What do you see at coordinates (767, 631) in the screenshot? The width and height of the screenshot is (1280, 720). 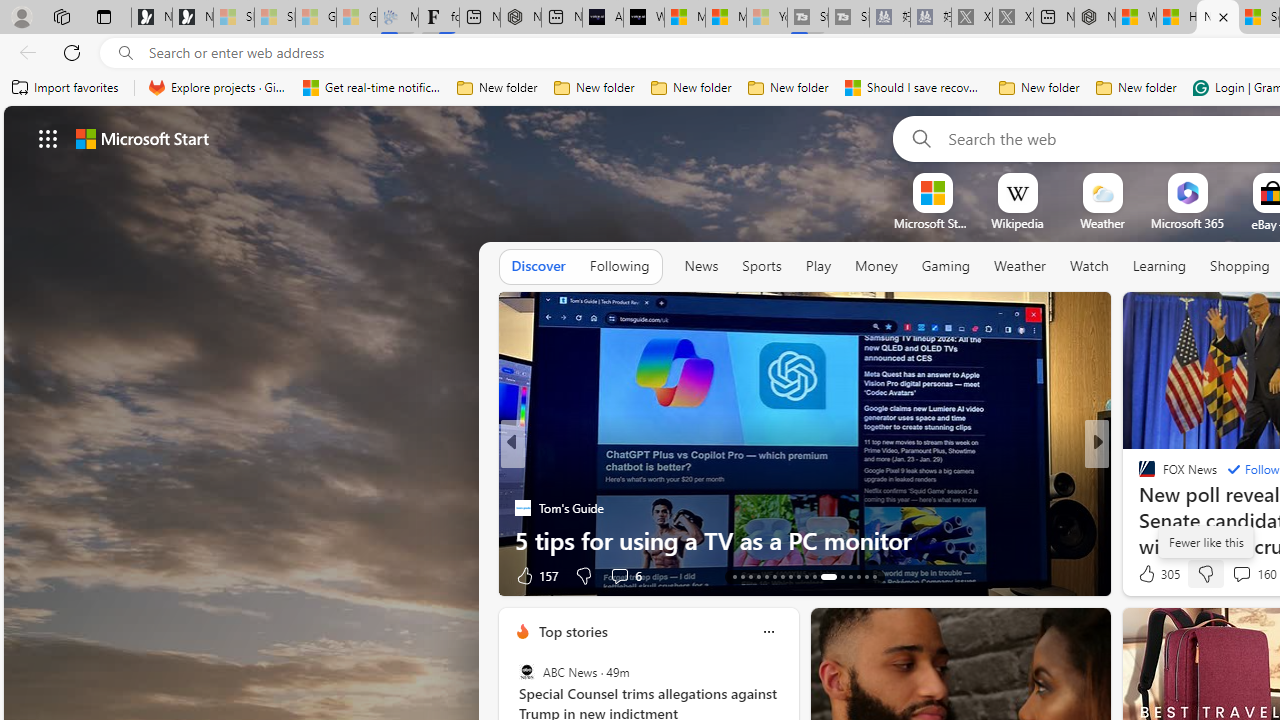 I see `'More options'` at bounding box center [767, 631].